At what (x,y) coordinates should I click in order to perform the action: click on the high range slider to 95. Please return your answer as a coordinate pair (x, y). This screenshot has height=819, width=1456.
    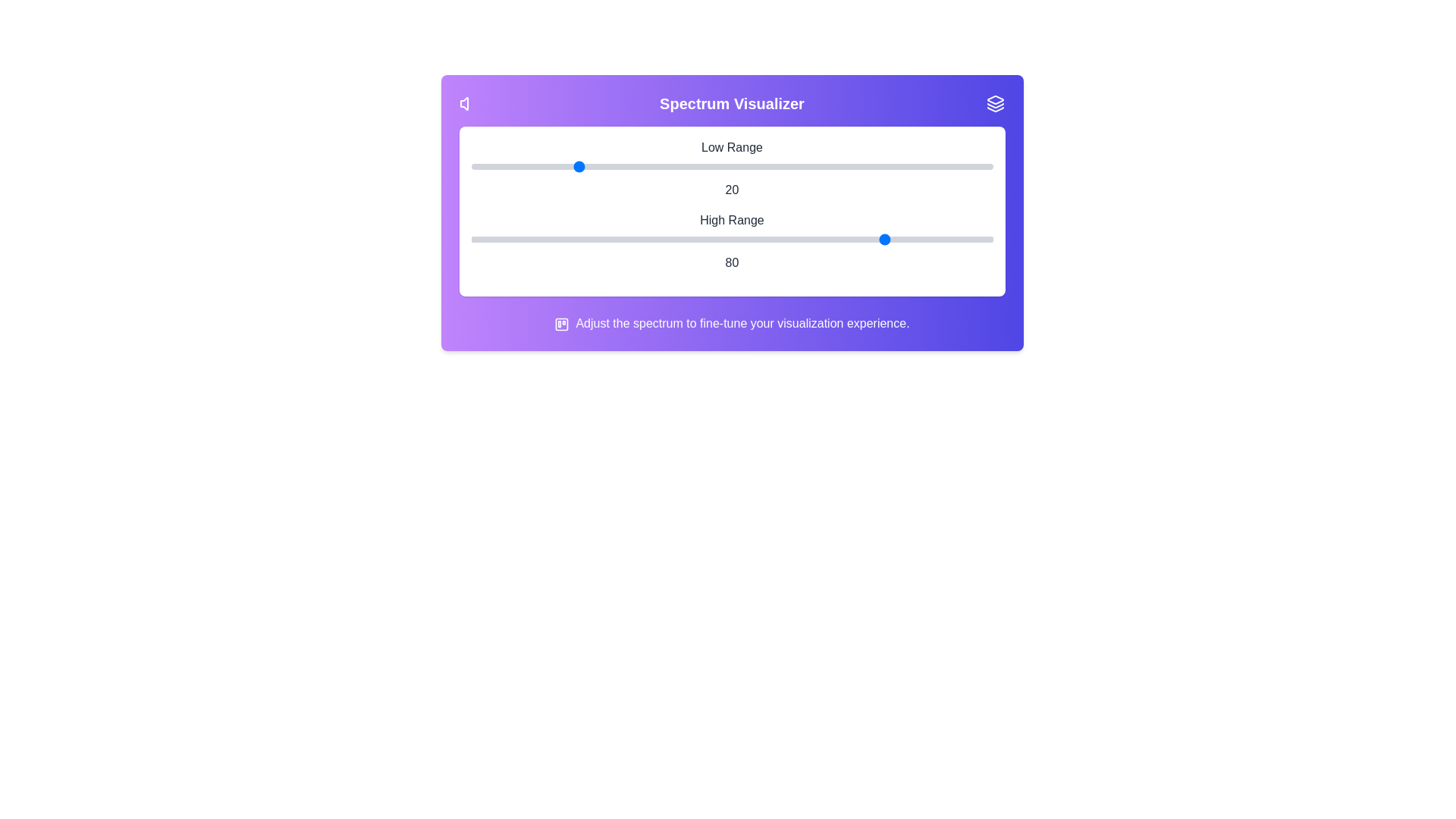
    Looking at the image, I should click on (966, 239).